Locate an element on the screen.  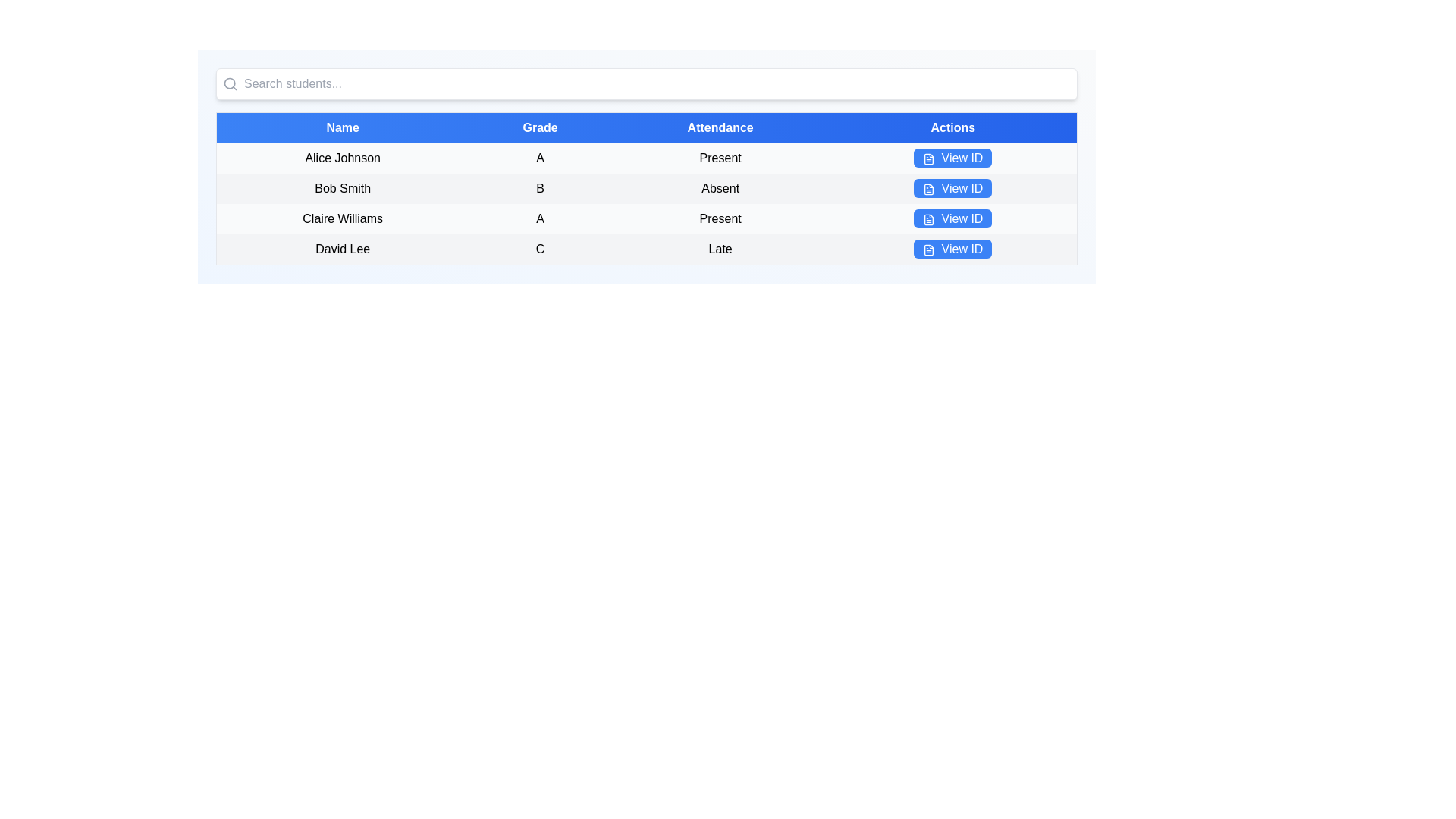
the 'View ID' button located under the 'Actions' column in the table row for 'Alice Johnson' is located at coordinates (952, 158).